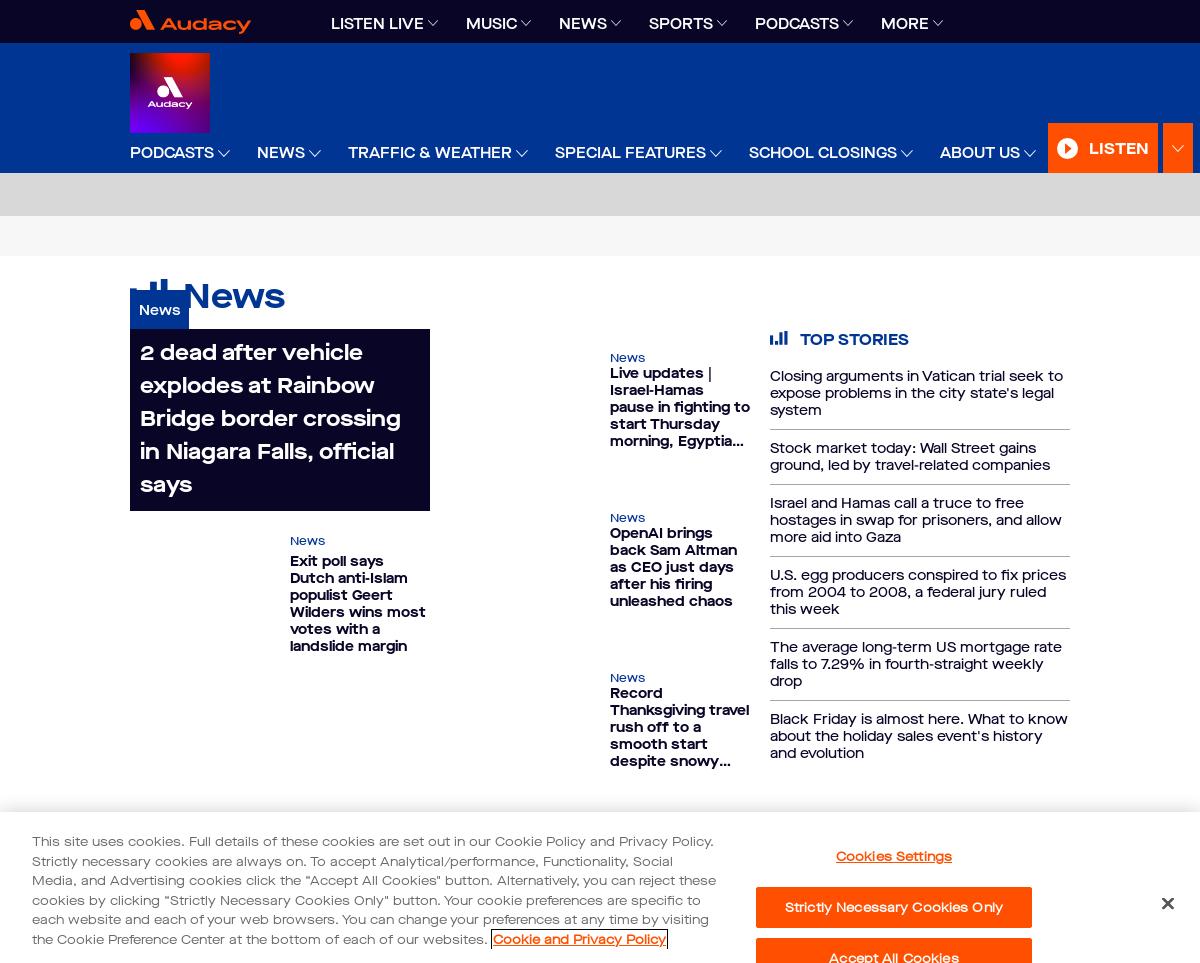 This screenshot has width=1200, height=963. What do you see at coordinates (918, 735) in the screenshot?
I see `'Black Friday is almost here. What to know about the holiday sales event's history and evolution'` at bounding box center [918, 735].